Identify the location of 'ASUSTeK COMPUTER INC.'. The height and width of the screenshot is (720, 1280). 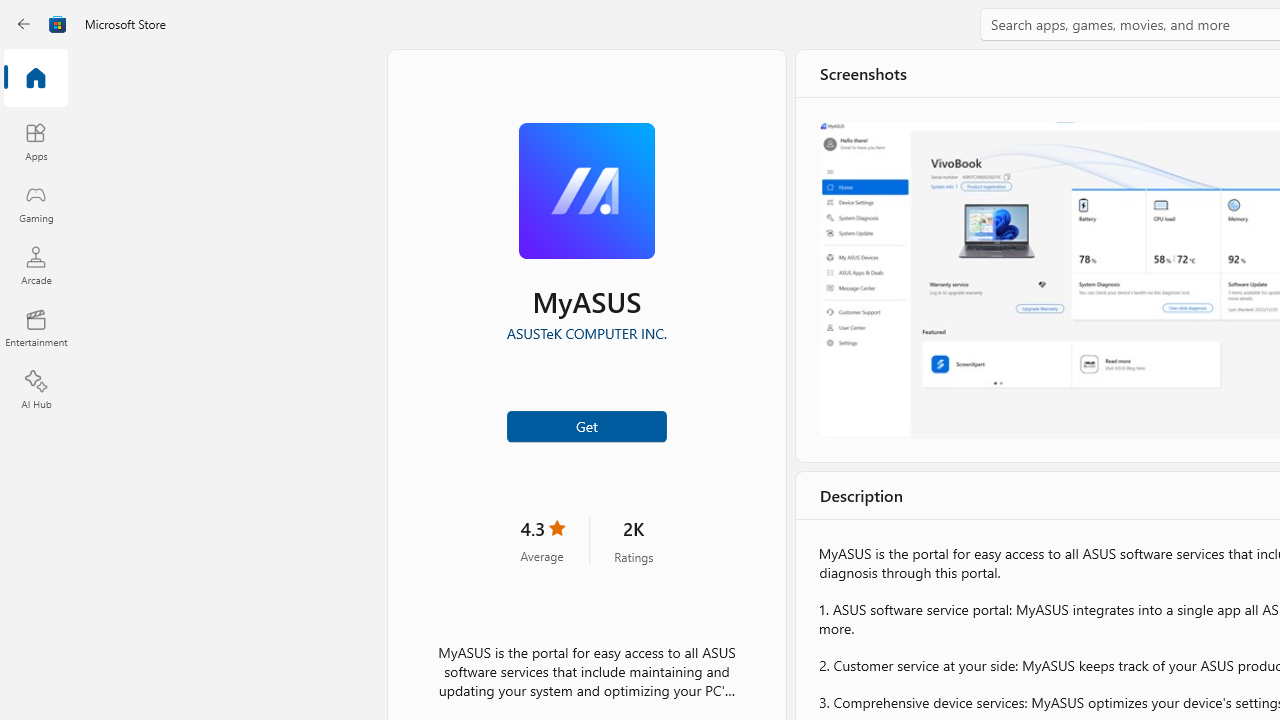
(584, 332).